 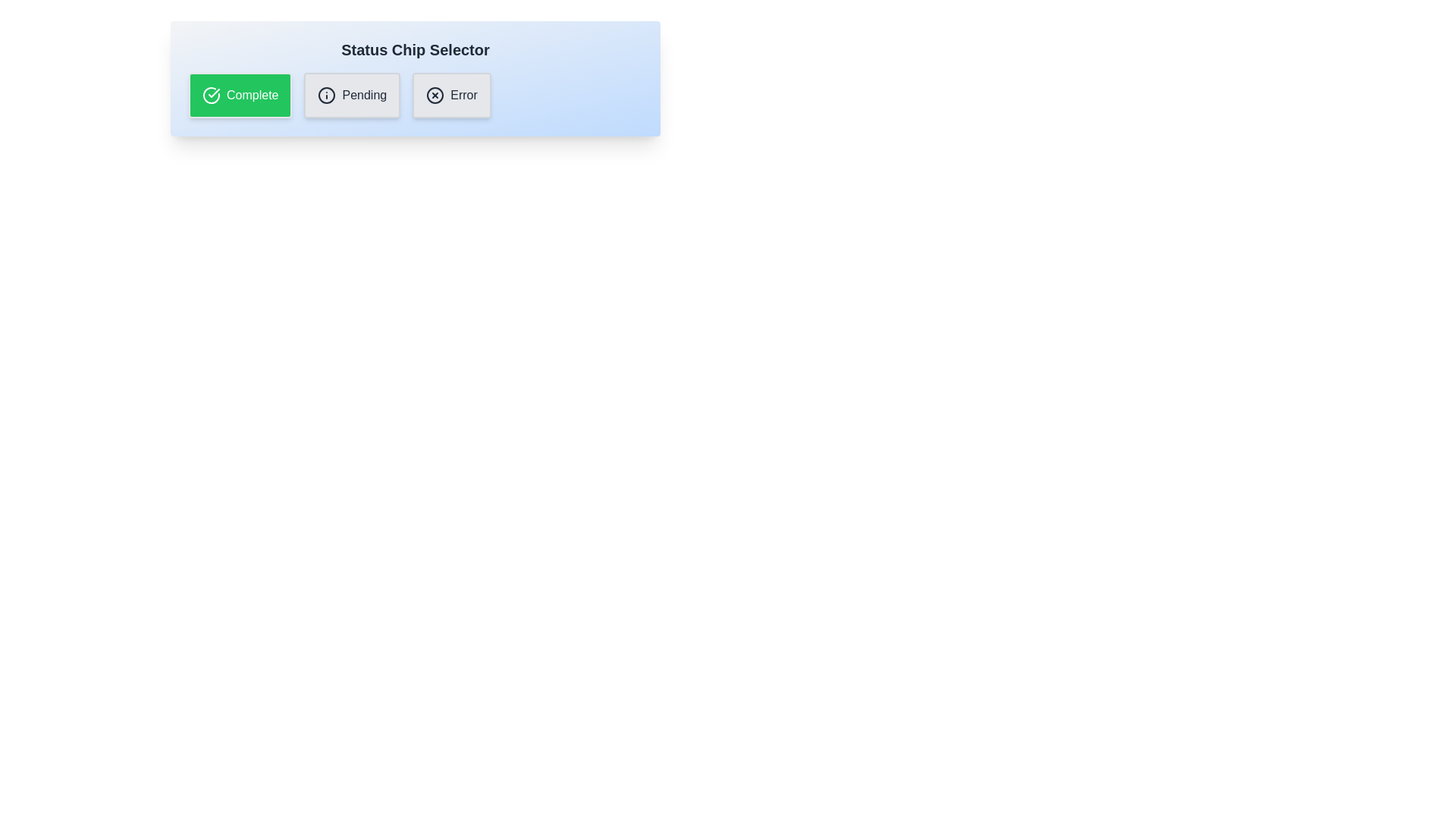 What do you see at coordinates (450, 96) in the screenshot?
I see `the status chip labeled Error` at bounding box center [450, 96].